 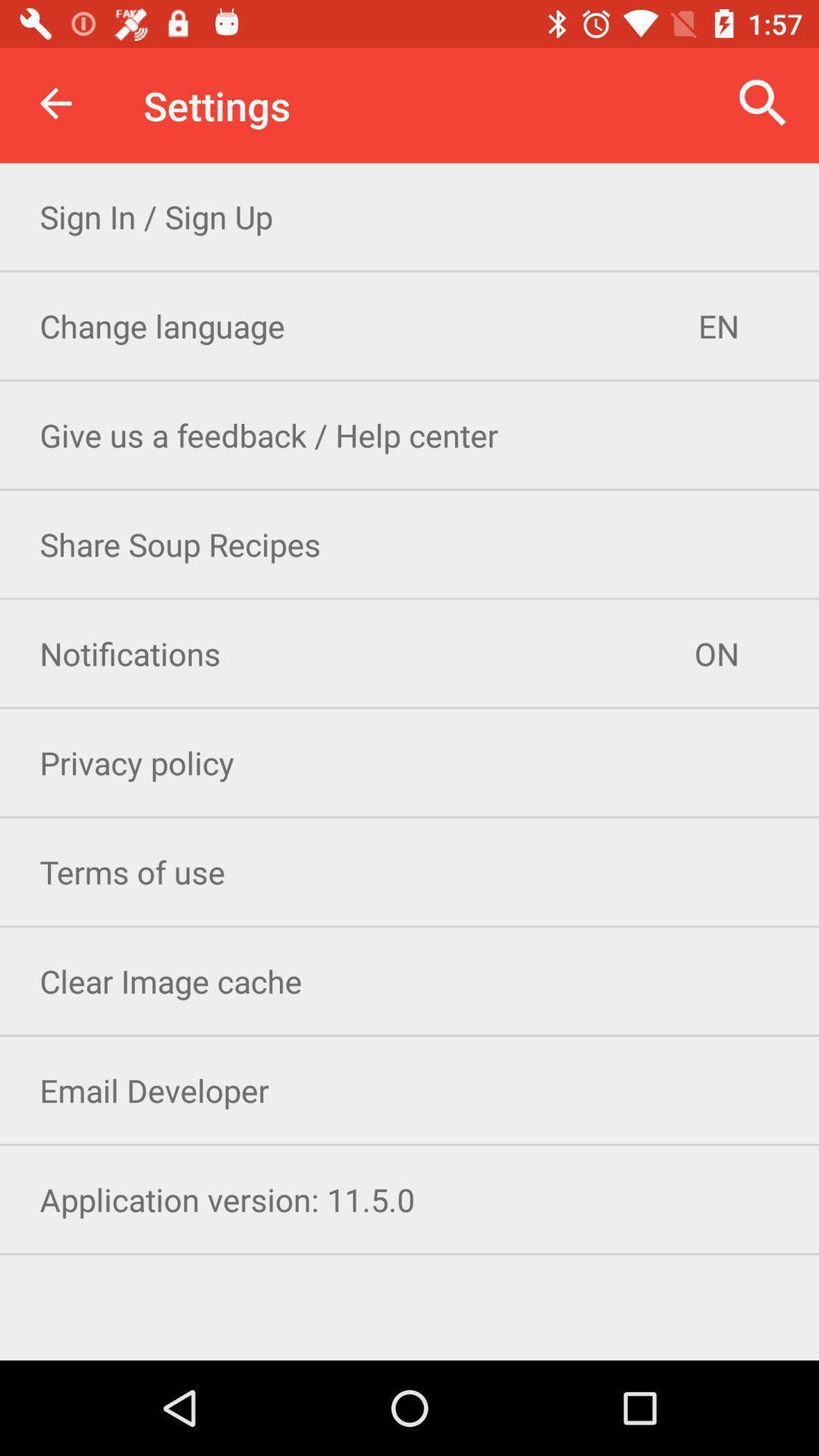 I want to click on the application version 11 icon, so click(x=409, y=1198).